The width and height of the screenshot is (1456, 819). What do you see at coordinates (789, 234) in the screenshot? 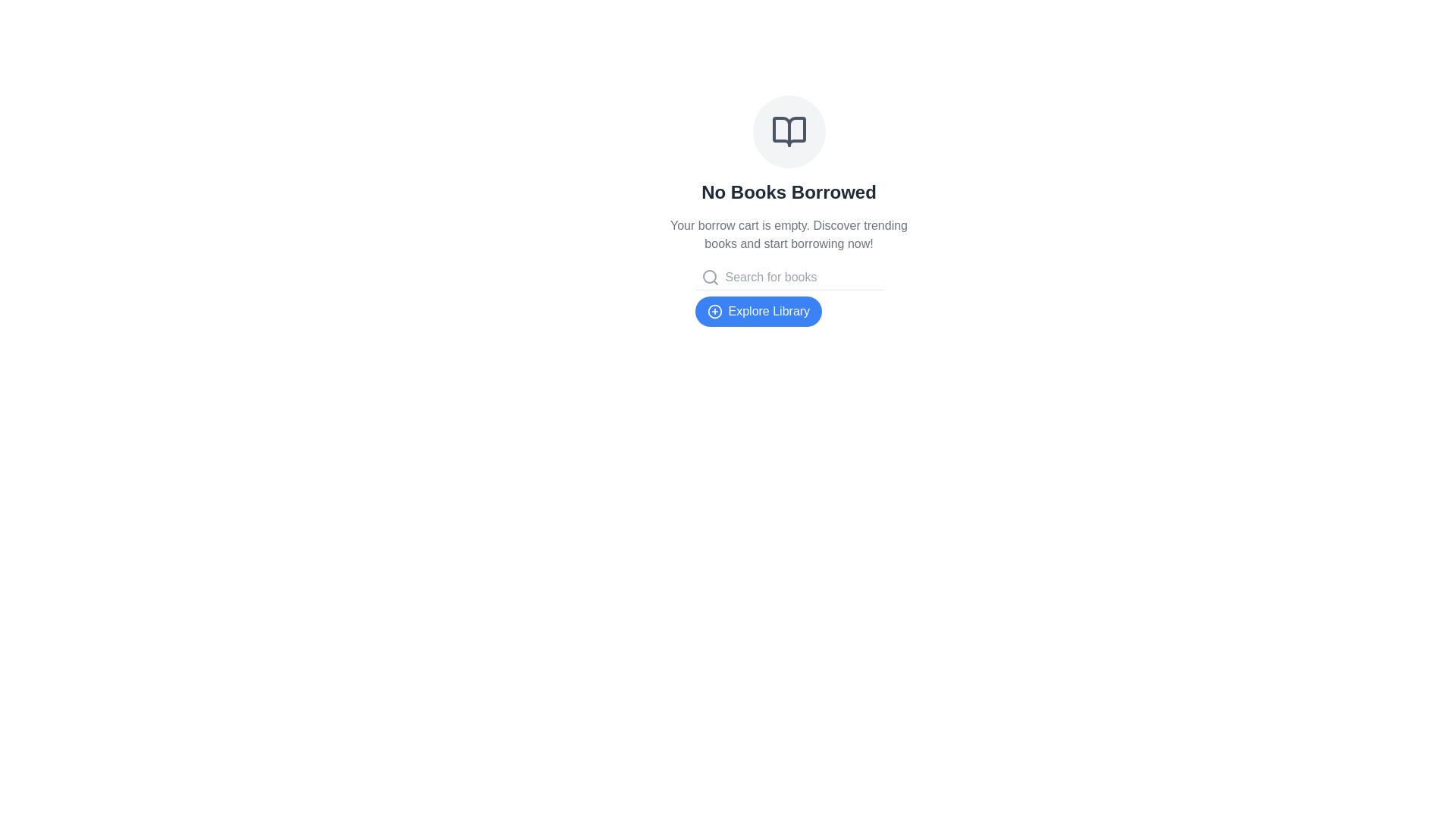
I see `the static text message providing feedback about the borrow cart status, located centrally below the title 'No Books Borrowed' and above the search bar` at bounding box center [789, 234].